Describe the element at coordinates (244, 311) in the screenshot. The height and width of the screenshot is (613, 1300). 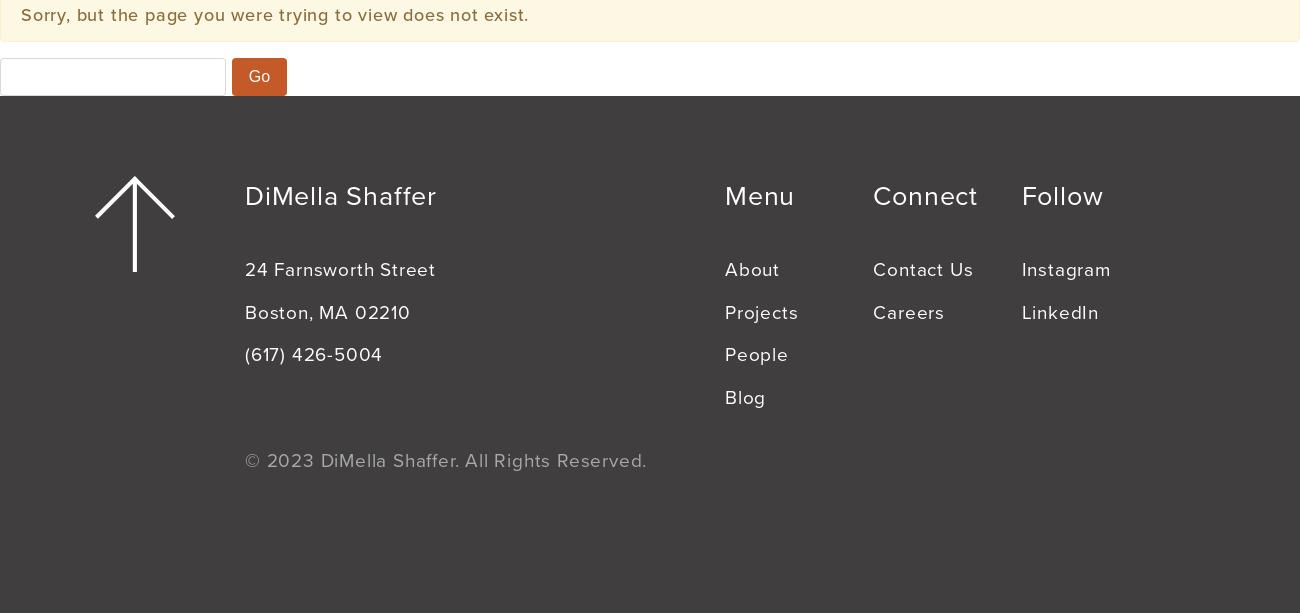
I see `'Boston, MA 02210'` at that location.